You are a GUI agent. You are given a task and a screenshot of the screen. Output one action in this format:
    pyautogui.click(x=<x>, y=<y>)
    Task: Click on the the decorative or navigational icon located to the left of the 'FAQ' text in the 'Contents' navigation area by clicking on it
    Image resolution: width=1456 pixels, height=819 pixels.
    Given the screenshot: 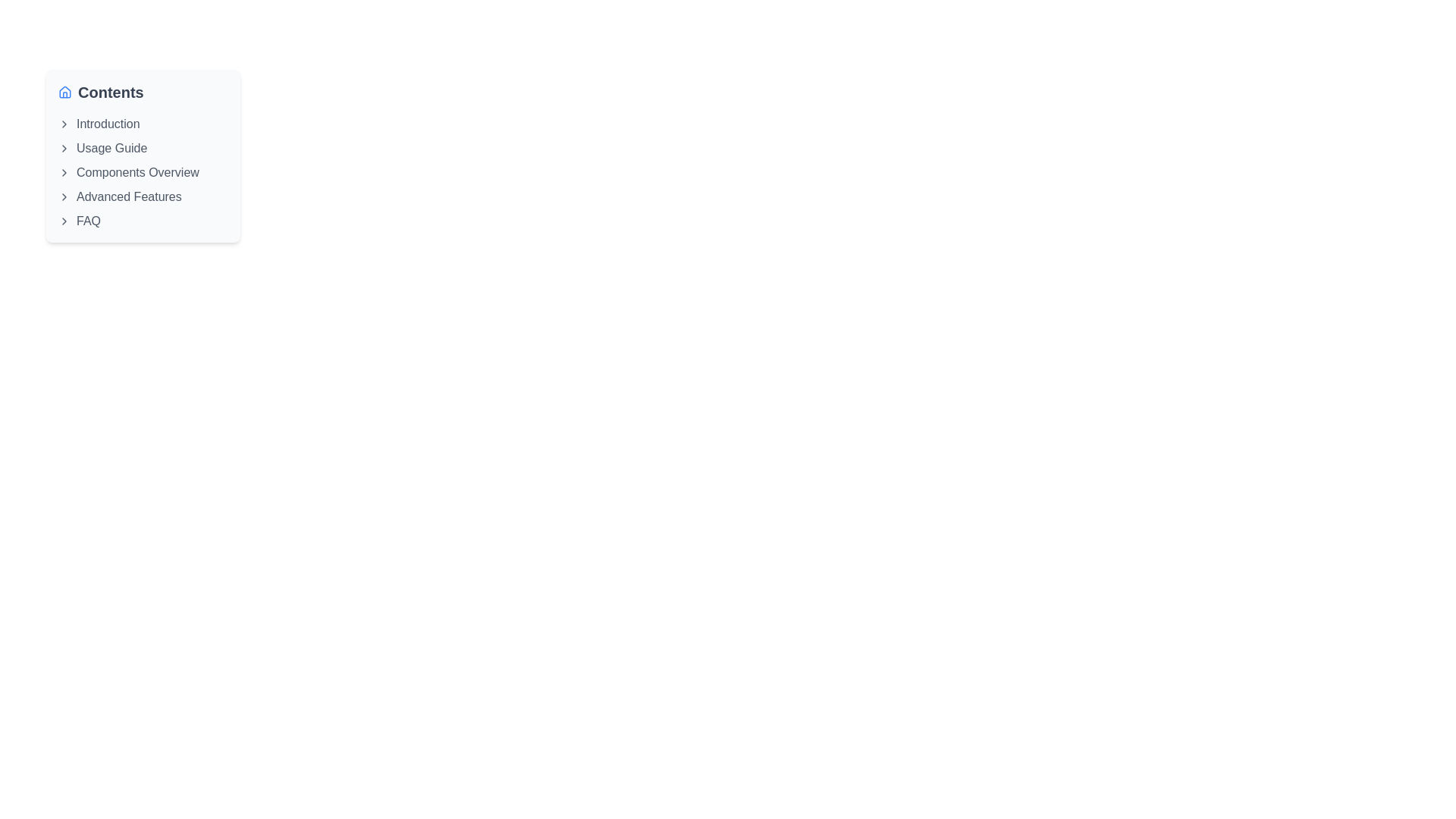 What is the action you would take?
    pyautogui.click(x=64, y=221)
    